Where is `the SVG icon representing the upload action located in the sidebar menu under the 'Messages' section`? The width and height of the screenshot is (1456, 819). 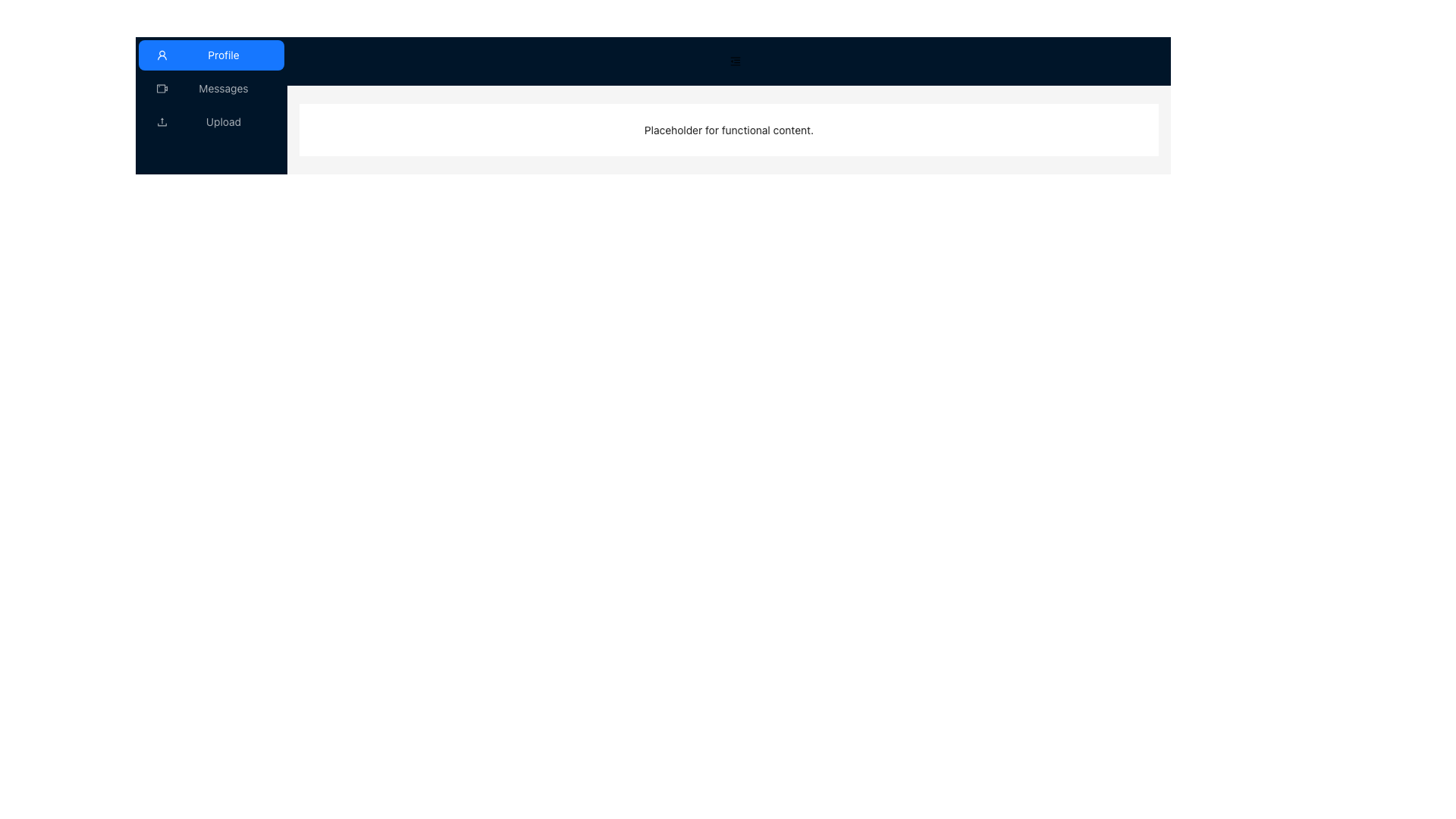 the SVG icon representing the upload action located in the sidebar menu under the 'Messages' section is located at coordinates (162, 120).